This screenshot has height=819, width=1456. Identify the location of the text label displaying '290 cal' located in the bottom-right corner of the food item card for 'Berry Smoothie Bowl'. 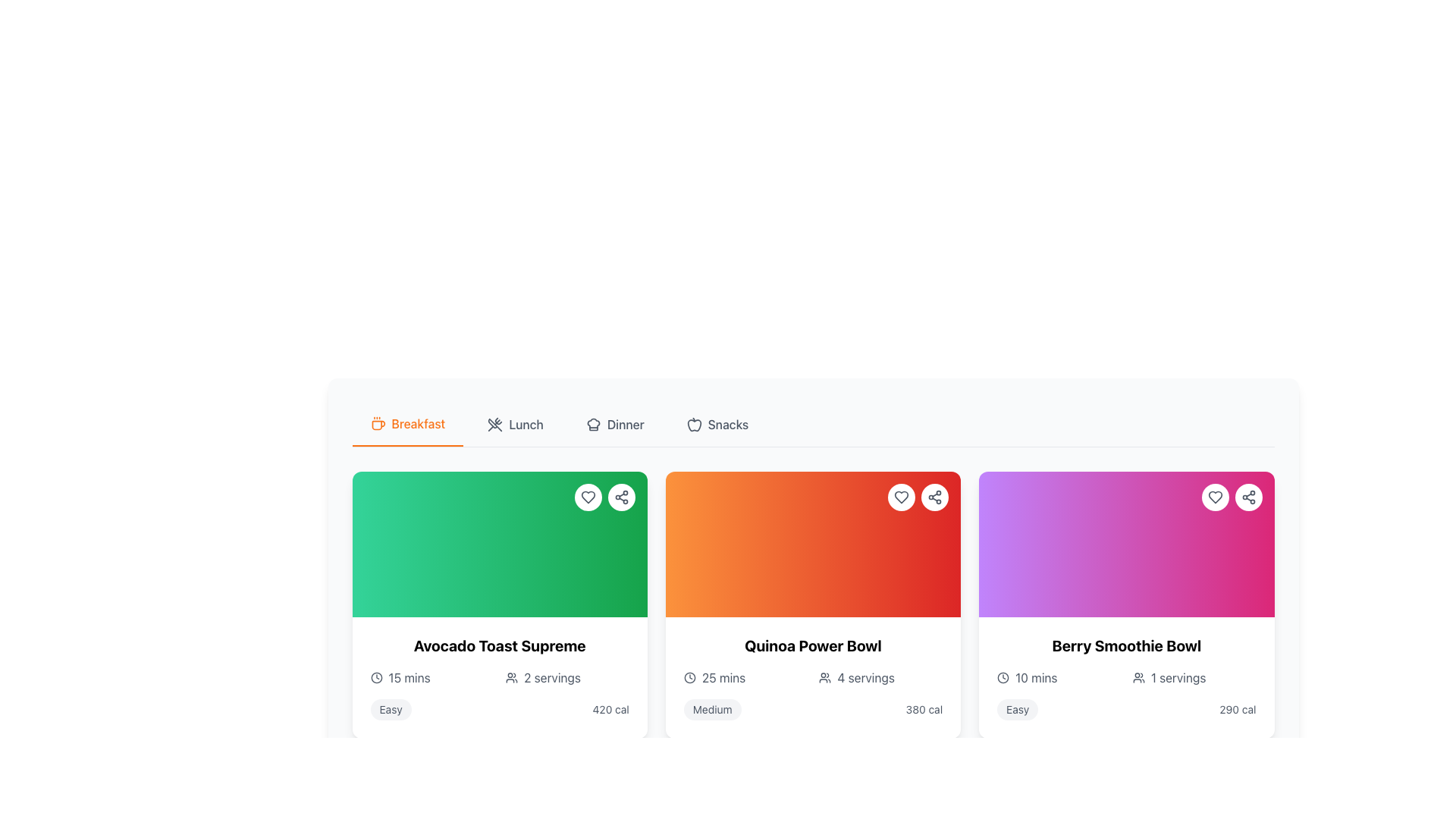
(1238, 710).